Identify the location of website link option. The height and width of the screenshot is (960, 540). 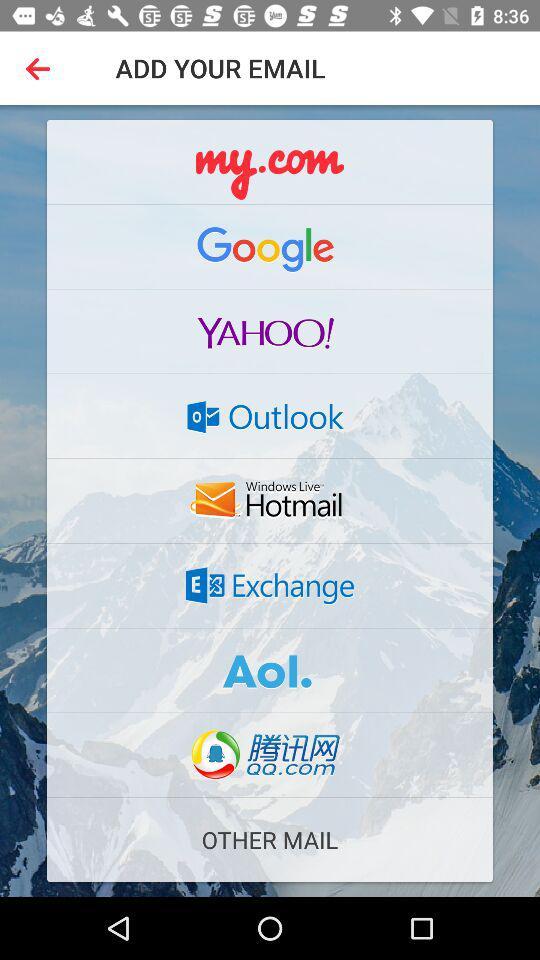
(270, 754).